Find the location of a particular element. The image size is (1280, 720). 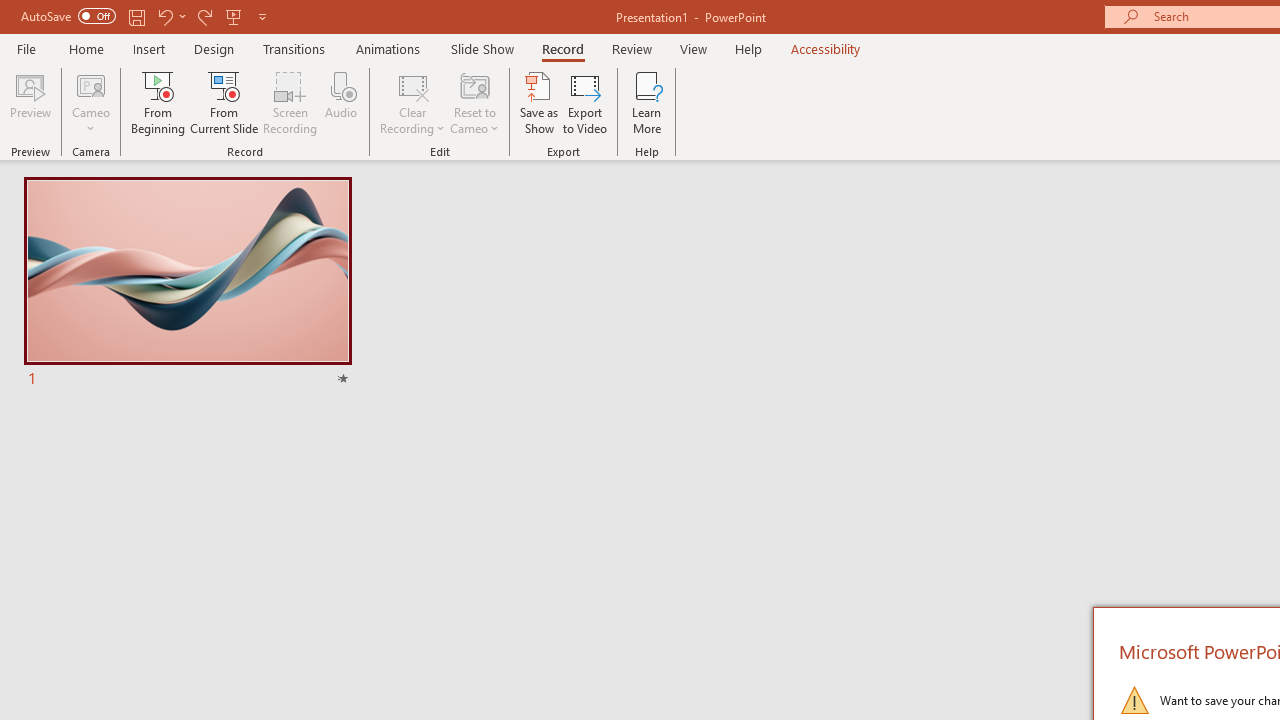

'Clear Recording' is located at coordinates (411, 103).